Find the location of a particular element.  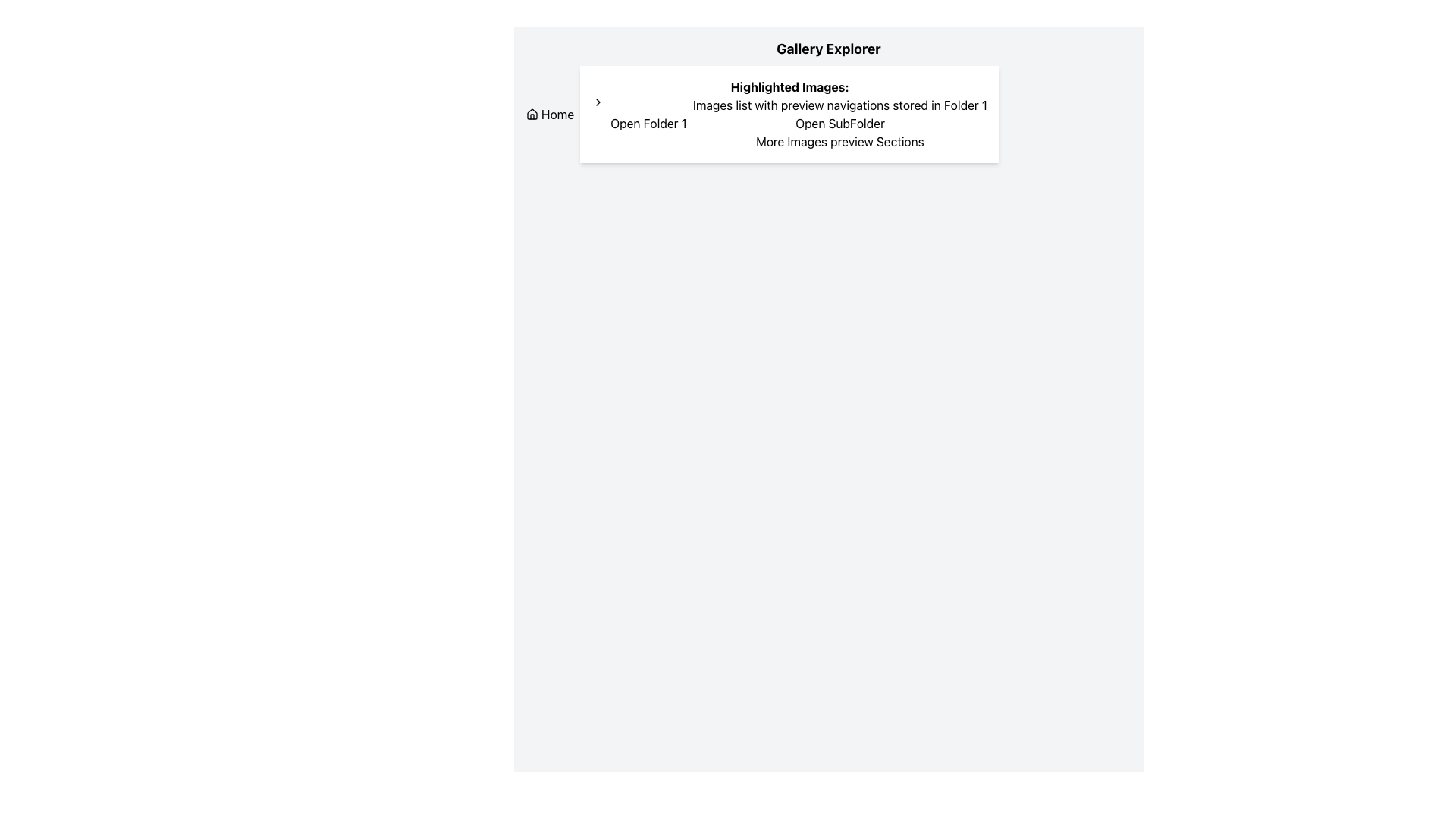

the button that opens or accesses 'Folder 1' is located at coordinates (648, 122).